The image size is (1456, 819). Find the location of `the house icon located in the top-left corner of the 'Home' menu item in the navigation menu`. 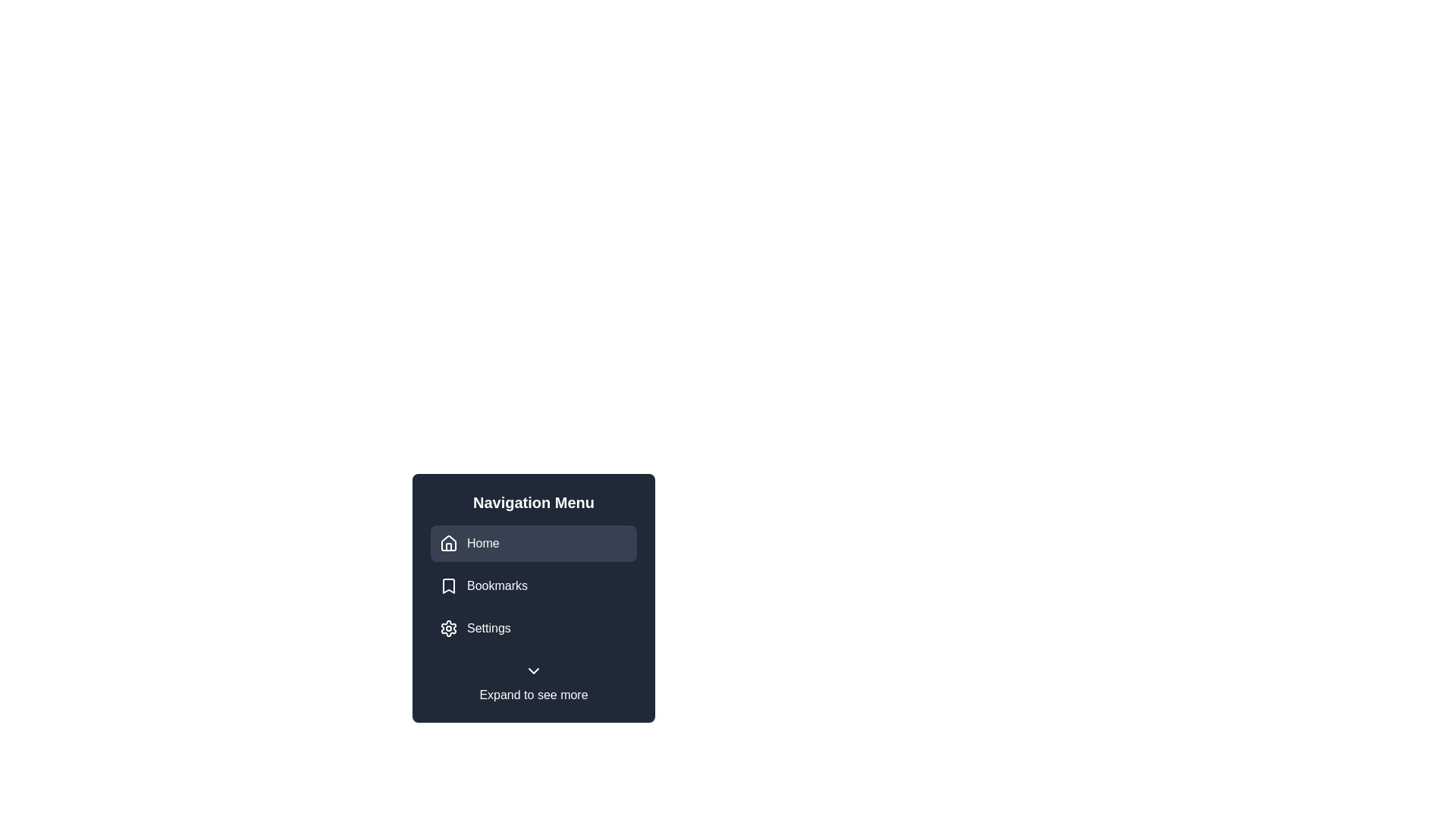

the house icon located in the top-left corner of the 'Home' menu item in the navigation menu is located at coordinates (447, 543).